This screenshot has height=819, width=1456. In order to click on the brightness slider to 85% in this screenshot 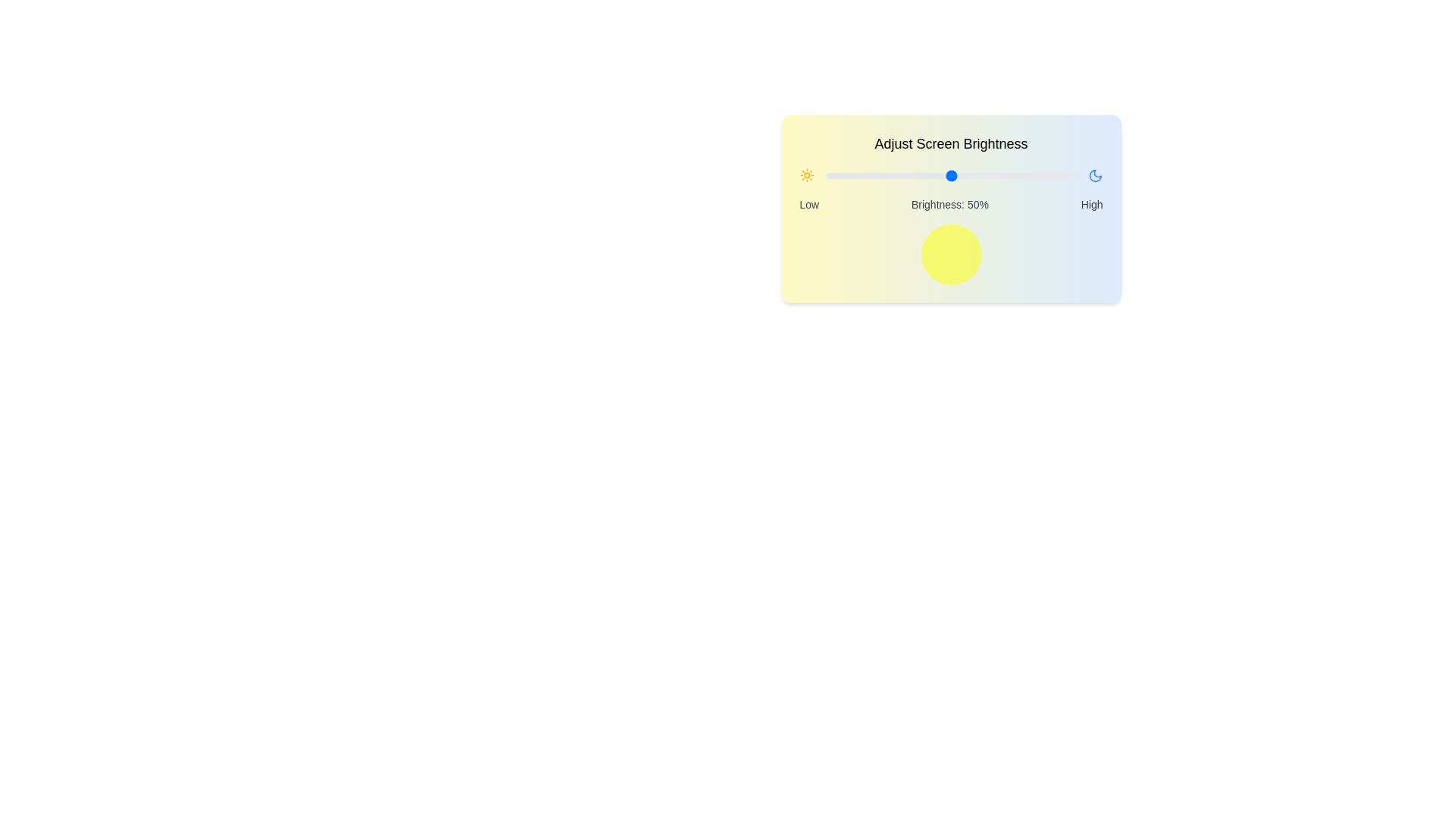, I will do `click(1037, 174)`.